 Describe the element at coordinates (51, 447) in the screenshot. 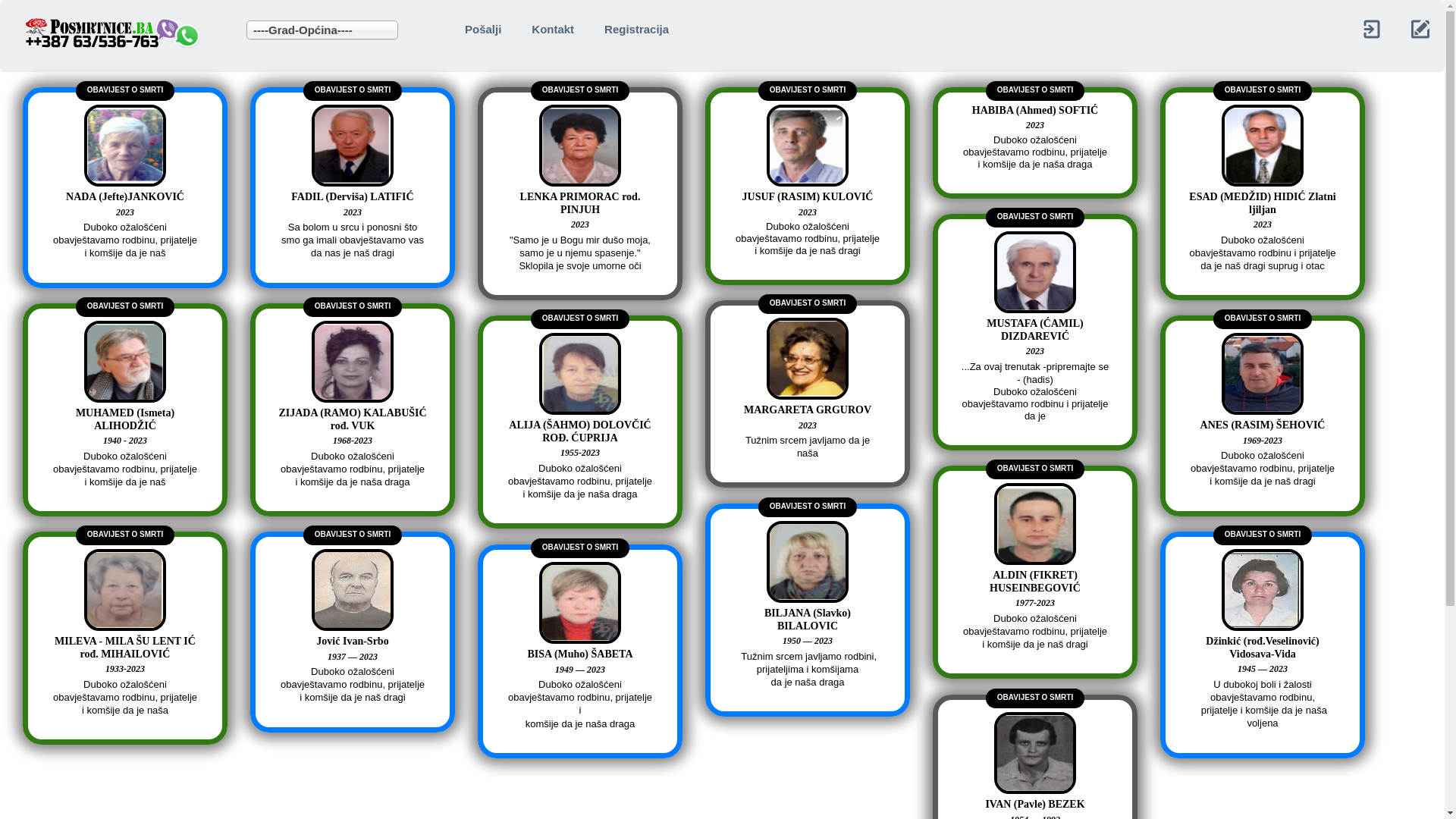

I see `'1940 - 2023'` at that location.